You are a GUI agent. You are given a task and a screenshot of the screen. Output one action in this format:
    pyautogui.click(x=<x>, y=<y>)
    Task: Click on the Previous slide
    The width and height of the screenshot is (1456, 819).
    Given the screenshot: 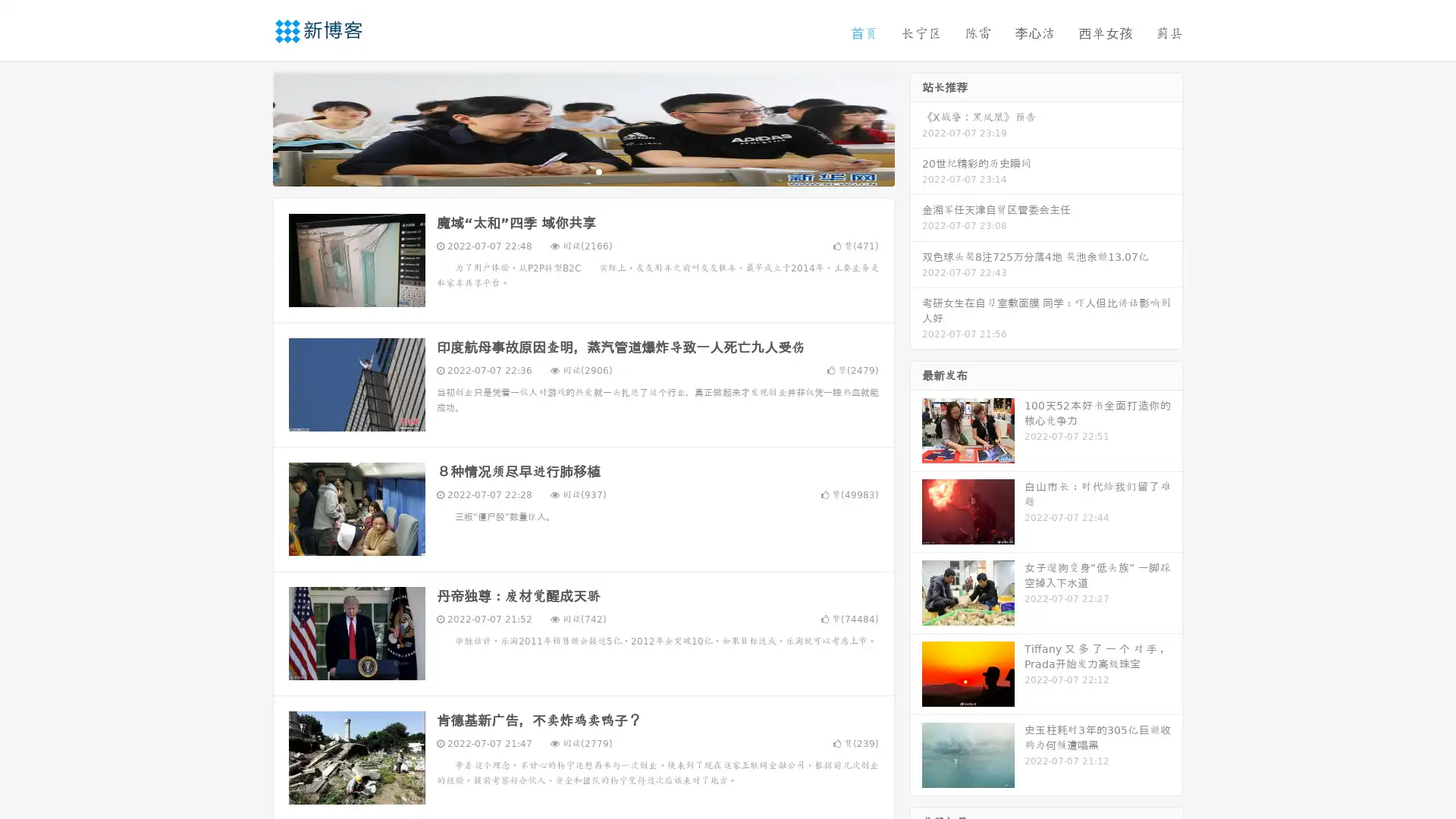 What is the action you would take?
    pyautogui.click(x=250, y=127)
    